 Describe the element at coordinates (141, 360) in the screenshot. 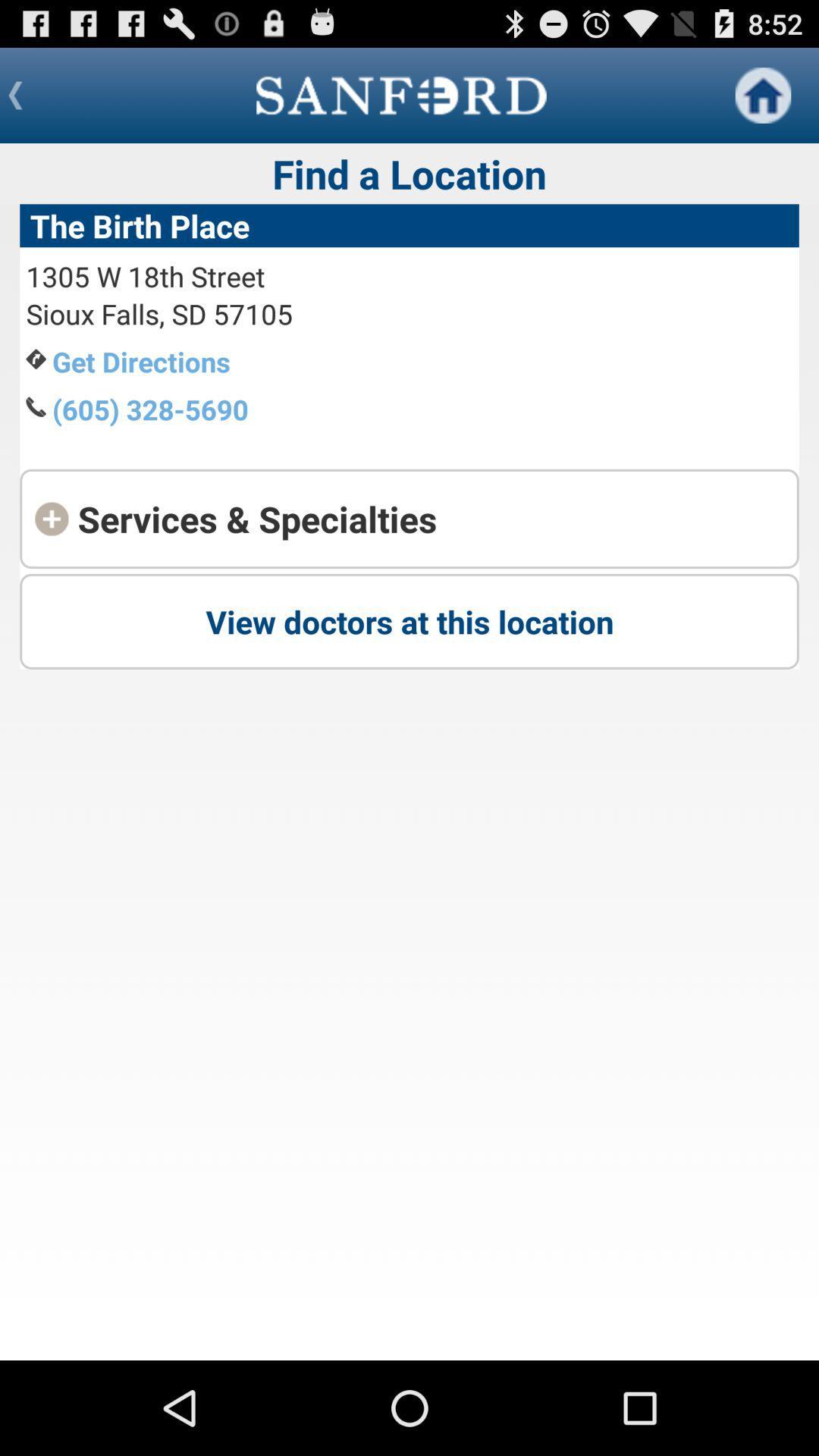

I see `the get directions` at that location.